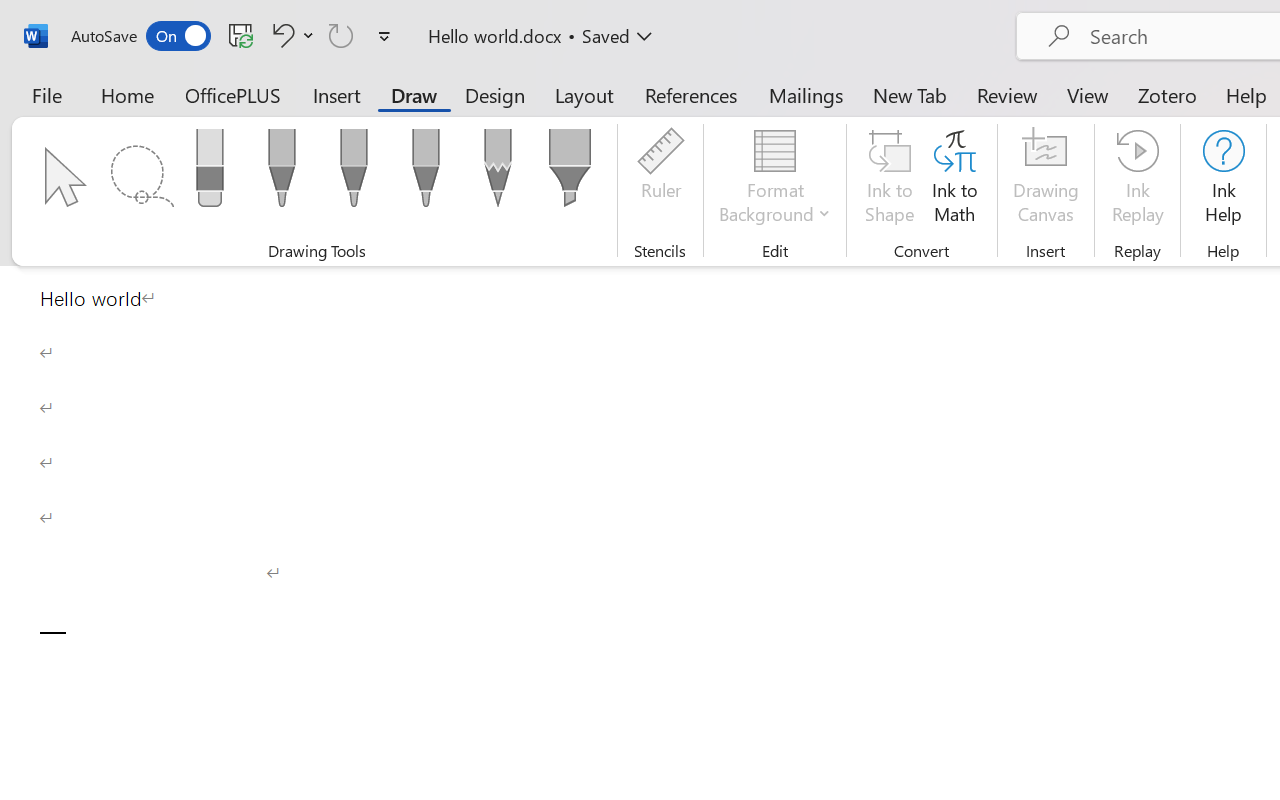 This screenshot has height=800, width=1280. What do you see at coordinates (909, 94) in the screenshot?
I see `'New Tab'` at bounding box center [909, 94].